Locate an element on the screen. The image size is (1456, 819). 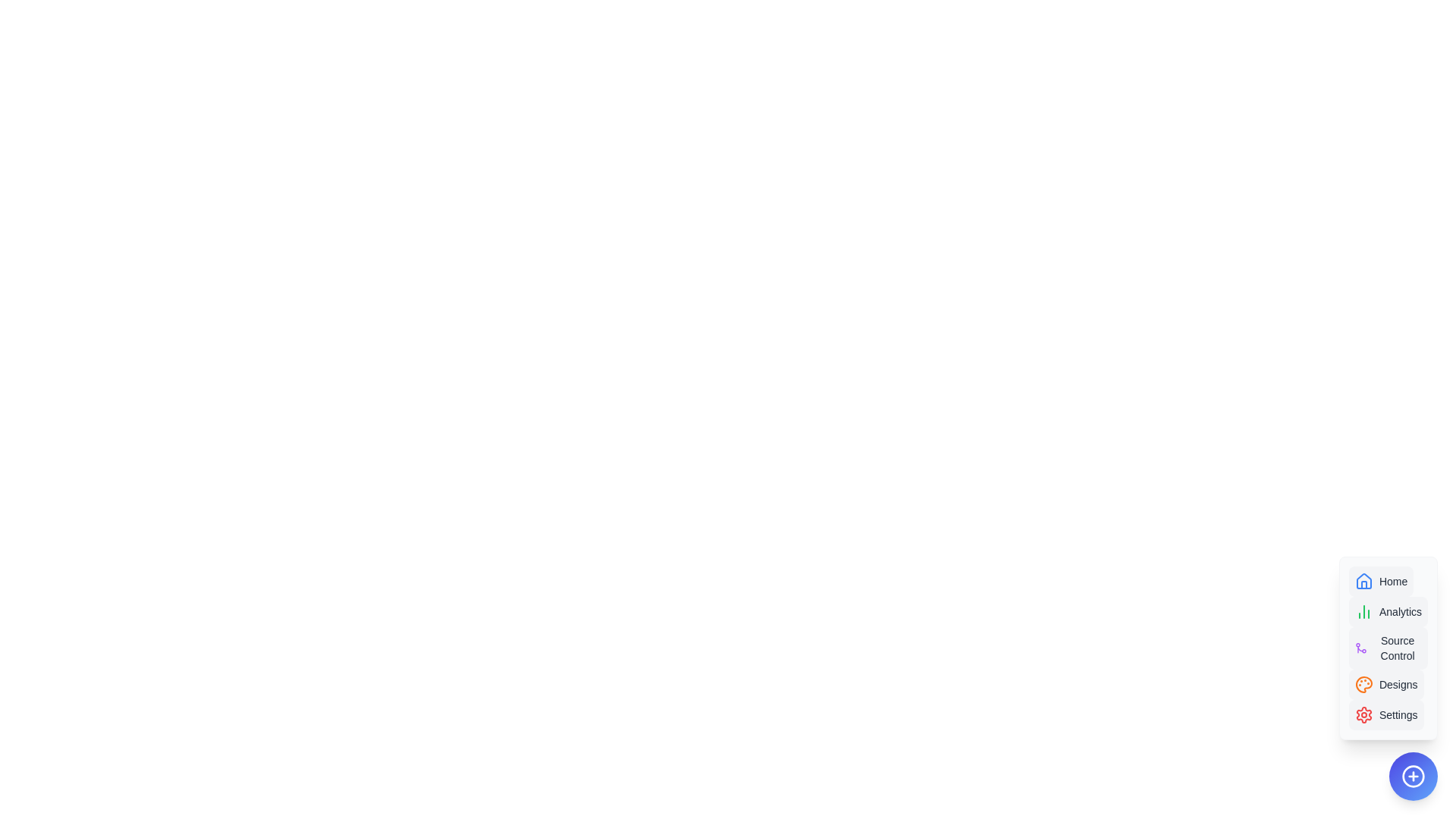
floating action button to toggle the visibility of the options panel is located at coordinates (1412, 776).